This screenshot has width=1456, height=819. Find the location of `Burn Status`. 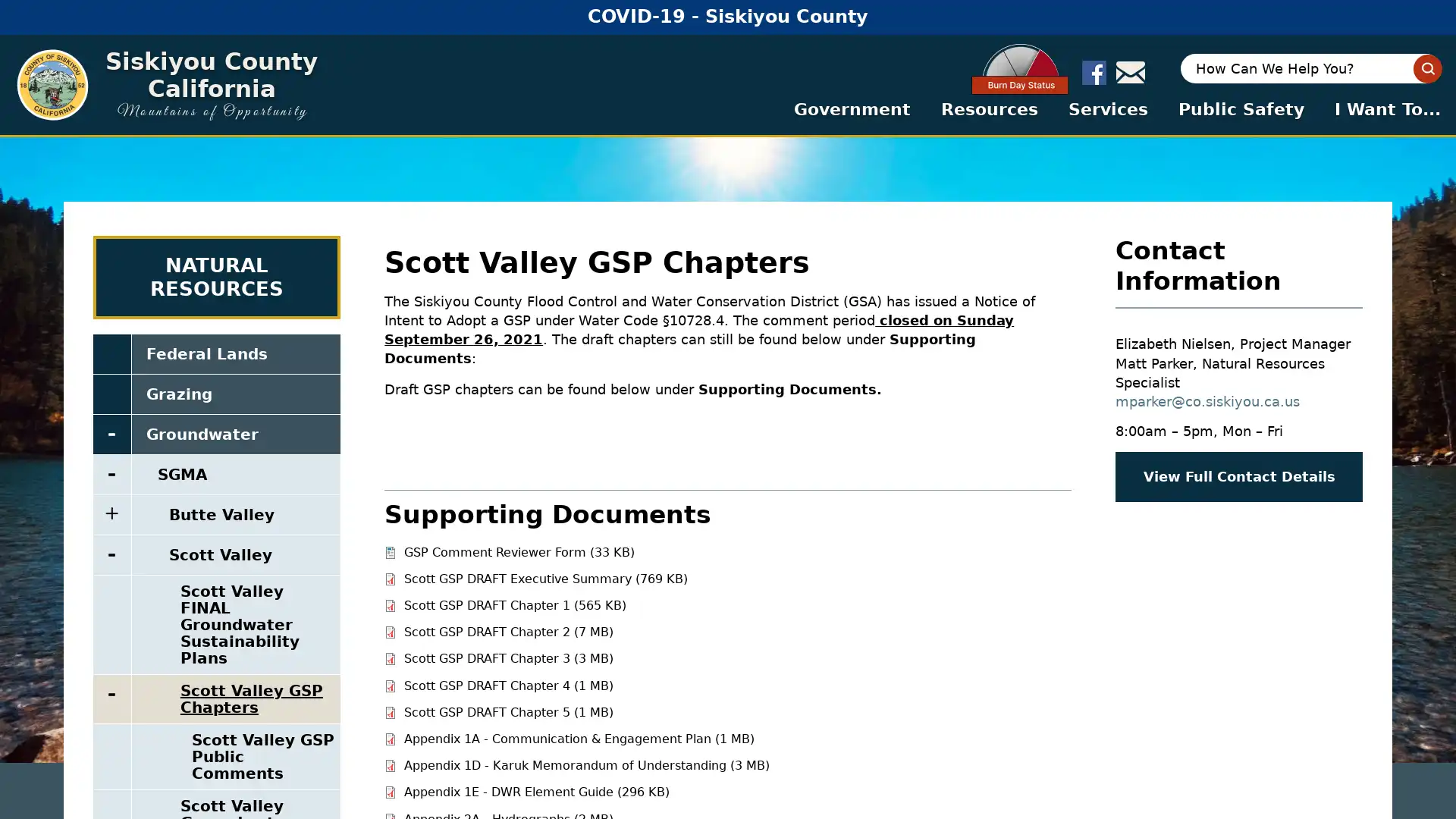

Burn Status is located at coordinates (1030, 69).